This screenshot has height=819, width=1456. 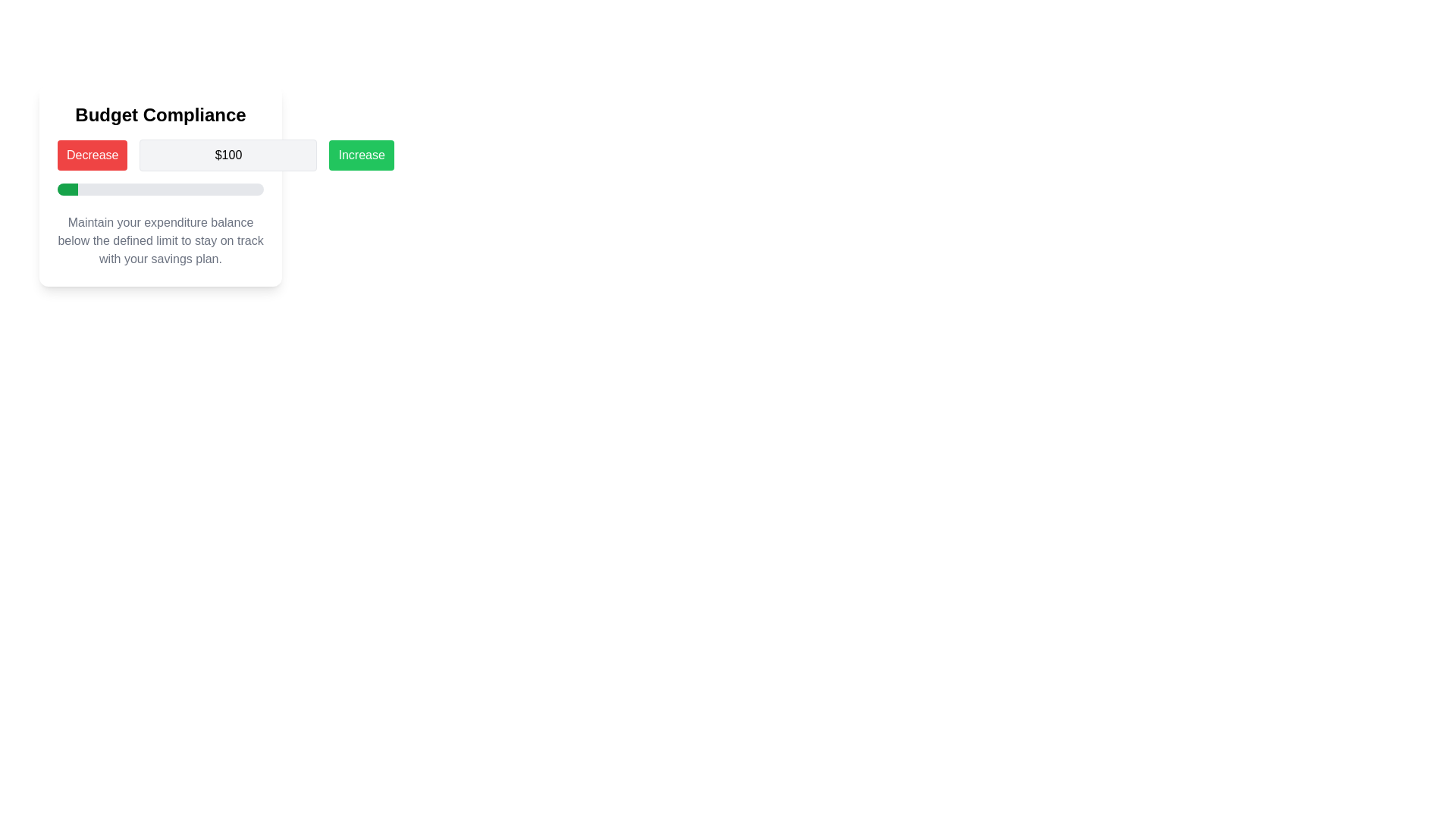 What do you see at coordinates (361, 155) in the screenshot?
I see `the green 'Increase' button with white text to increase the value` at bounding box center [361, 155].